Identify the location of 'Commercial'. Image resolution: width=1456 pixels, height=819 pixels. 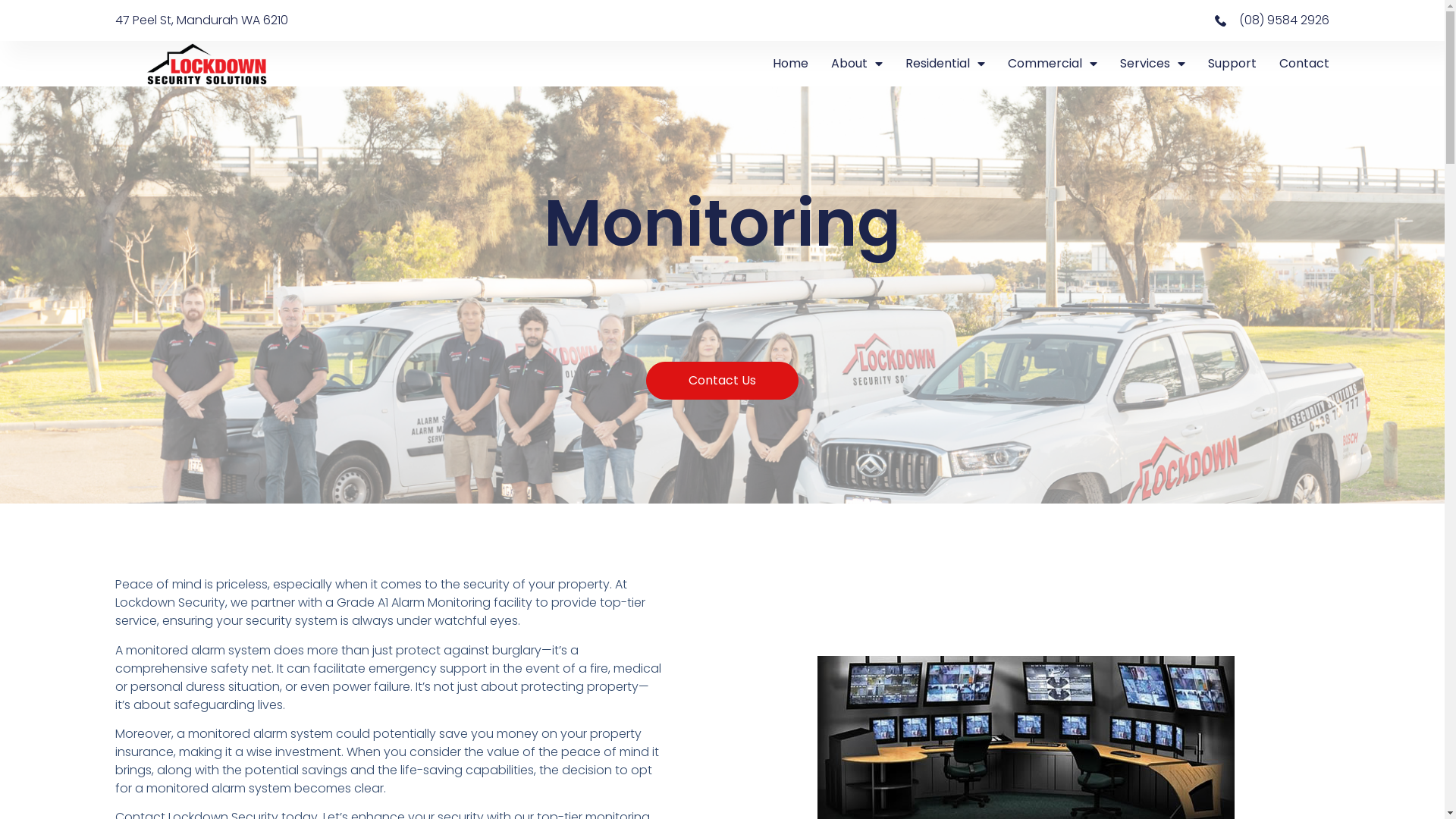
(1051, 63).